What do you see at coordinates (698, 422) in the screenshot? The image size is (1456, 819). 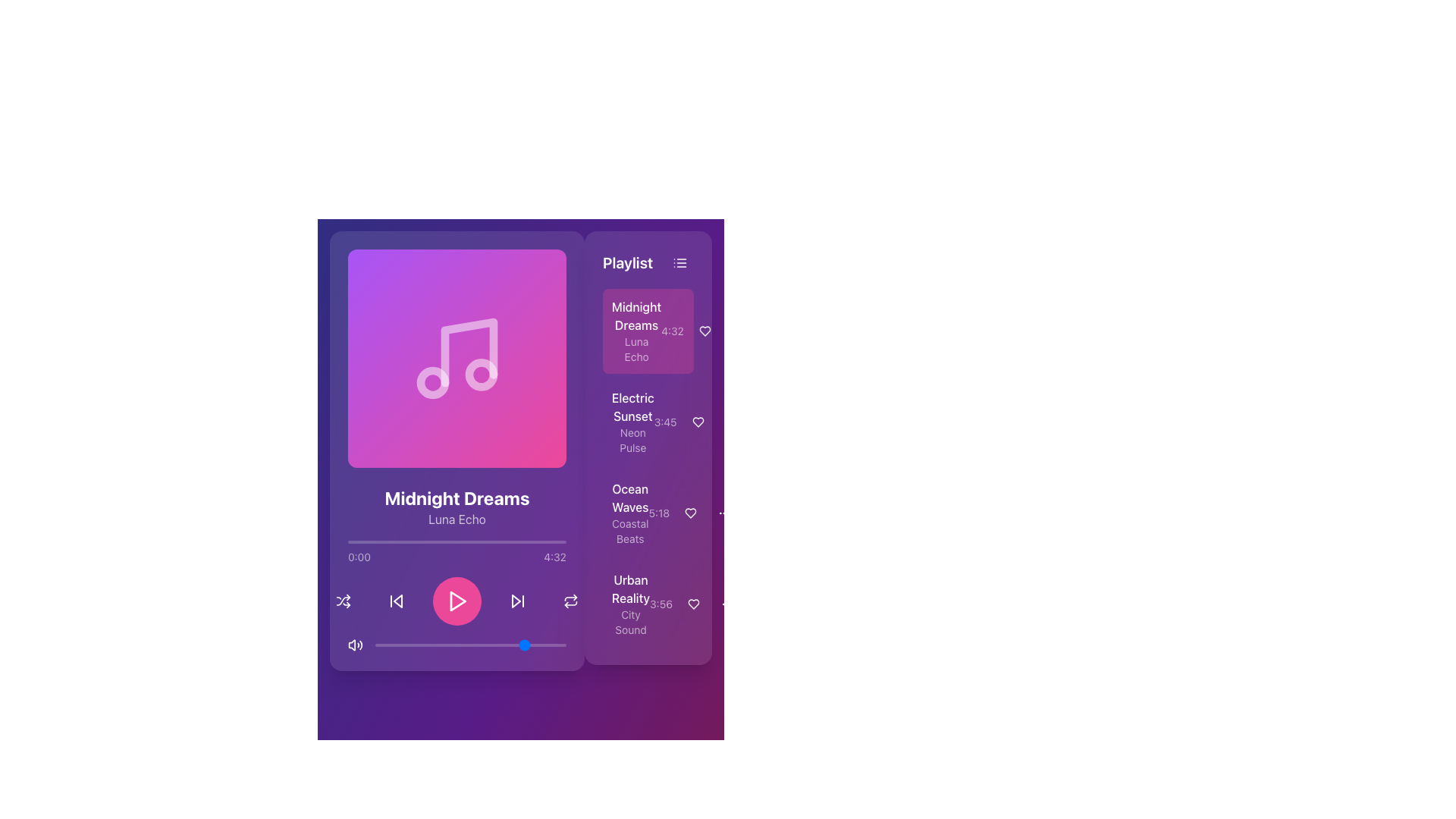 I see `the 'like' button located in the playlist section next to the 'Electric Sunset' track entry` at bounding box center [698, 422].